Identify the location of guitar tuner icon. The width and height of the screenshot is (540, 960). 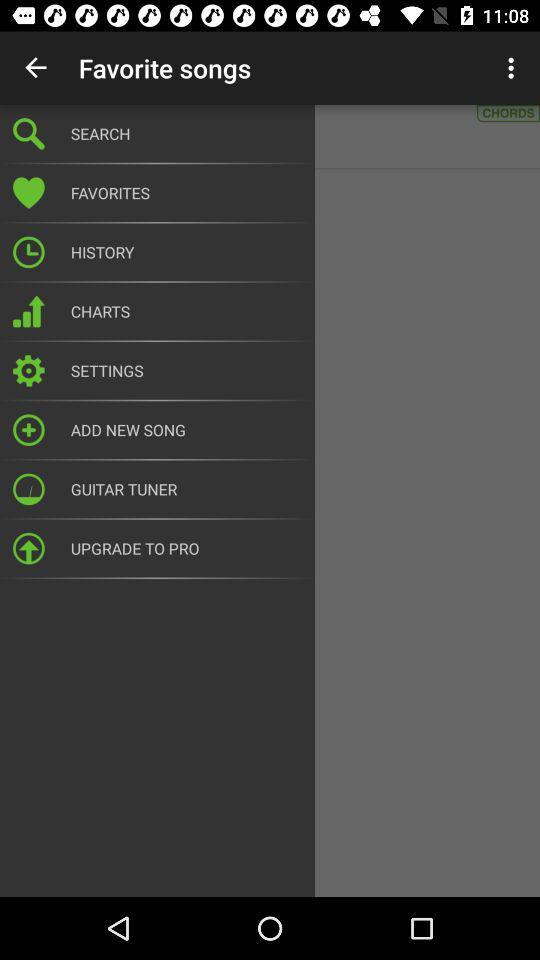
(186, 488).